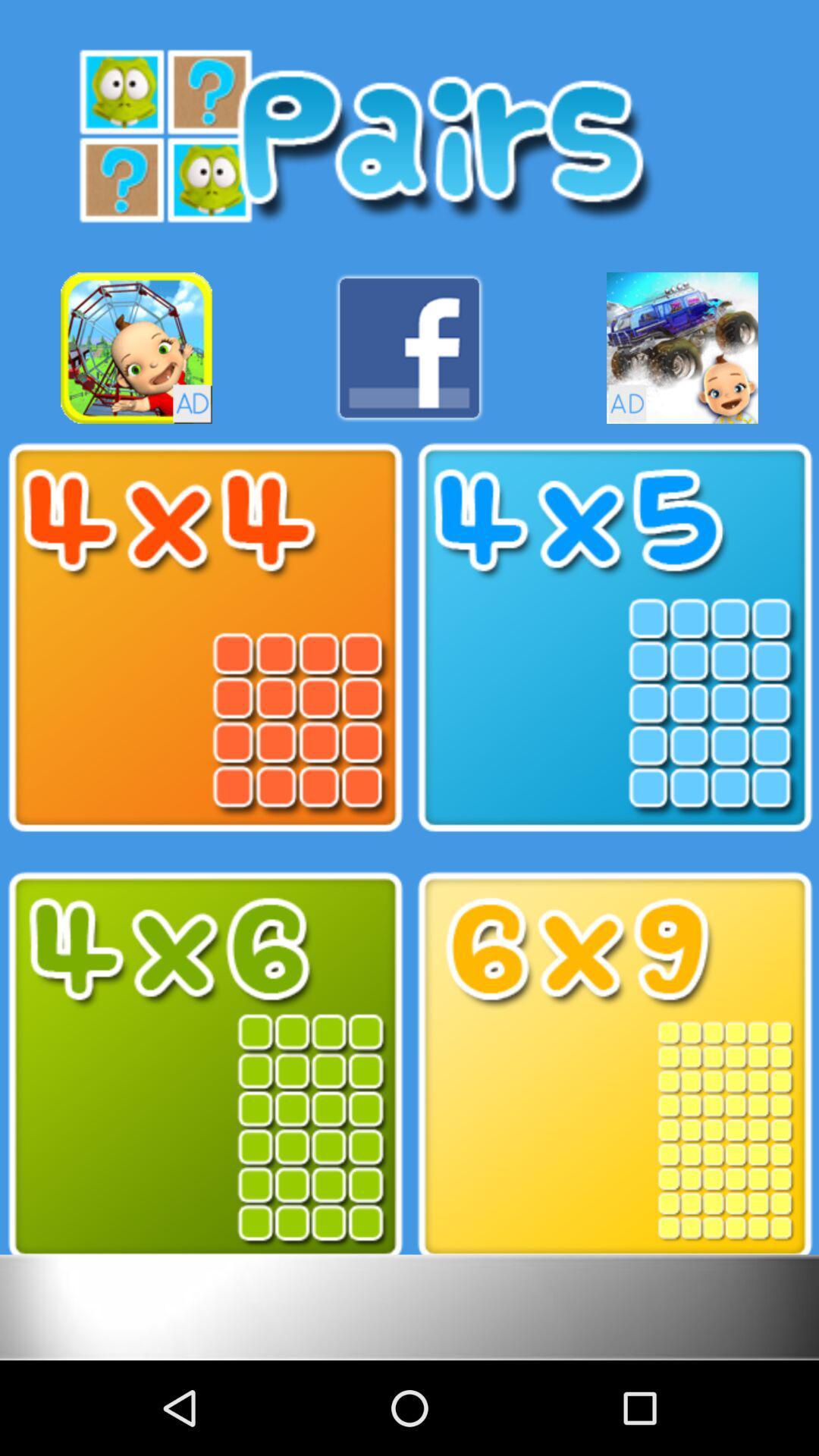  I want to click on open 4x4 puzzle, so click(205, 638).